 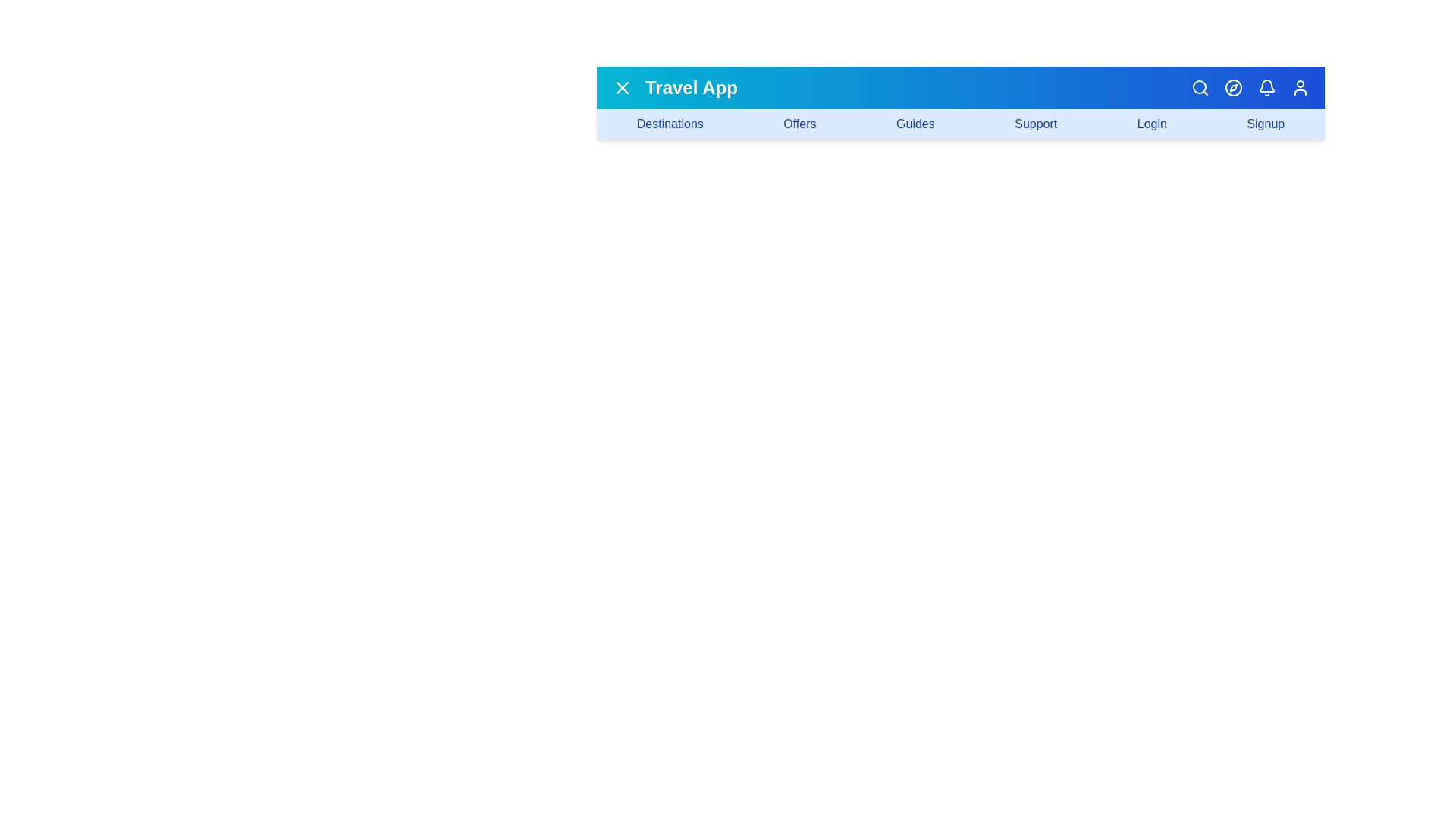 What do you see at coordinates (799, 124) in the screenshot?
I see `the navigation link labeled 'Offers'` at bounding box center [799, 124].